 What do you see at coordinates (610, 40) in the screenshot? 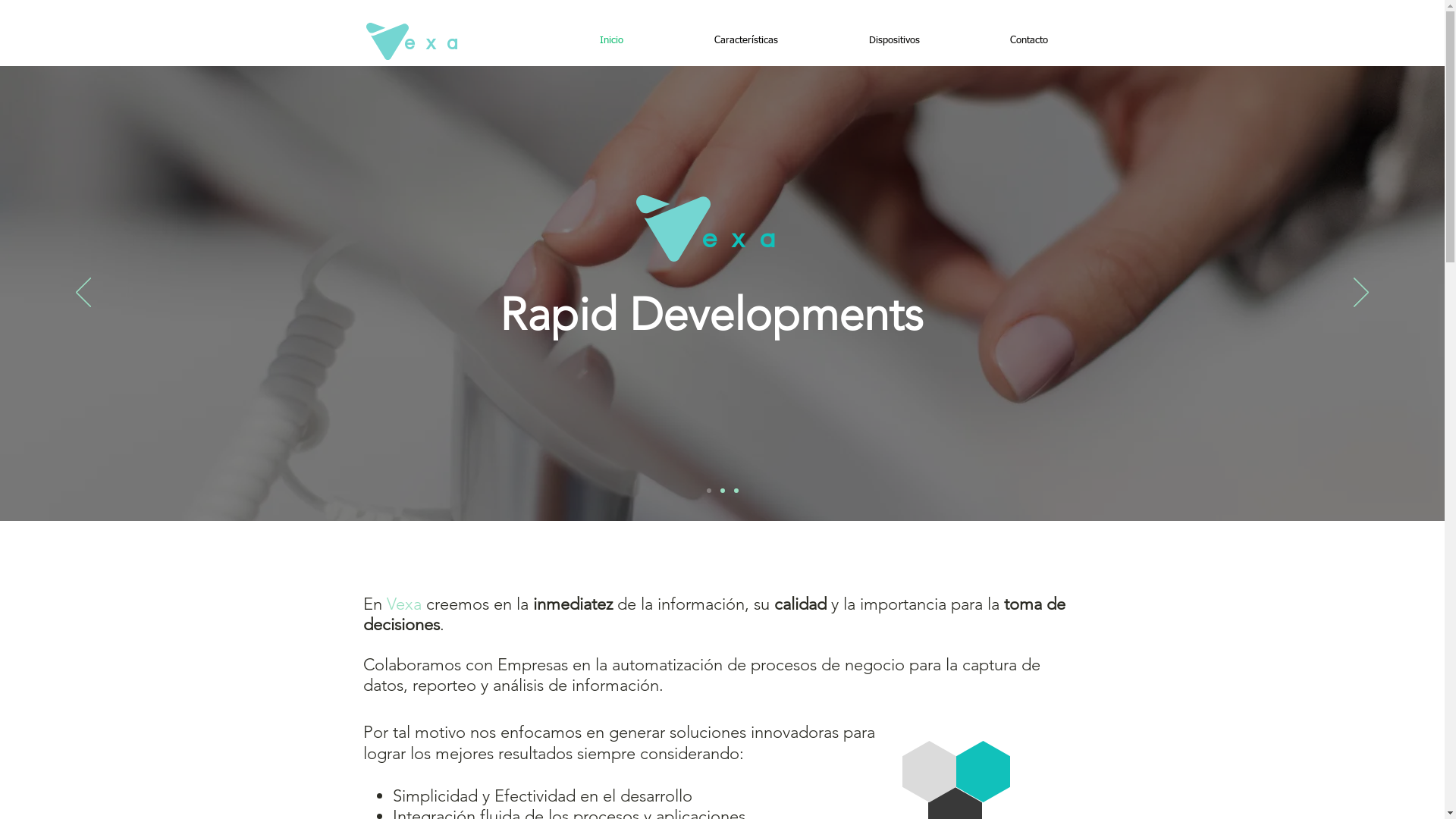
I see `'Inicio'` at bounding box center [610, 40].